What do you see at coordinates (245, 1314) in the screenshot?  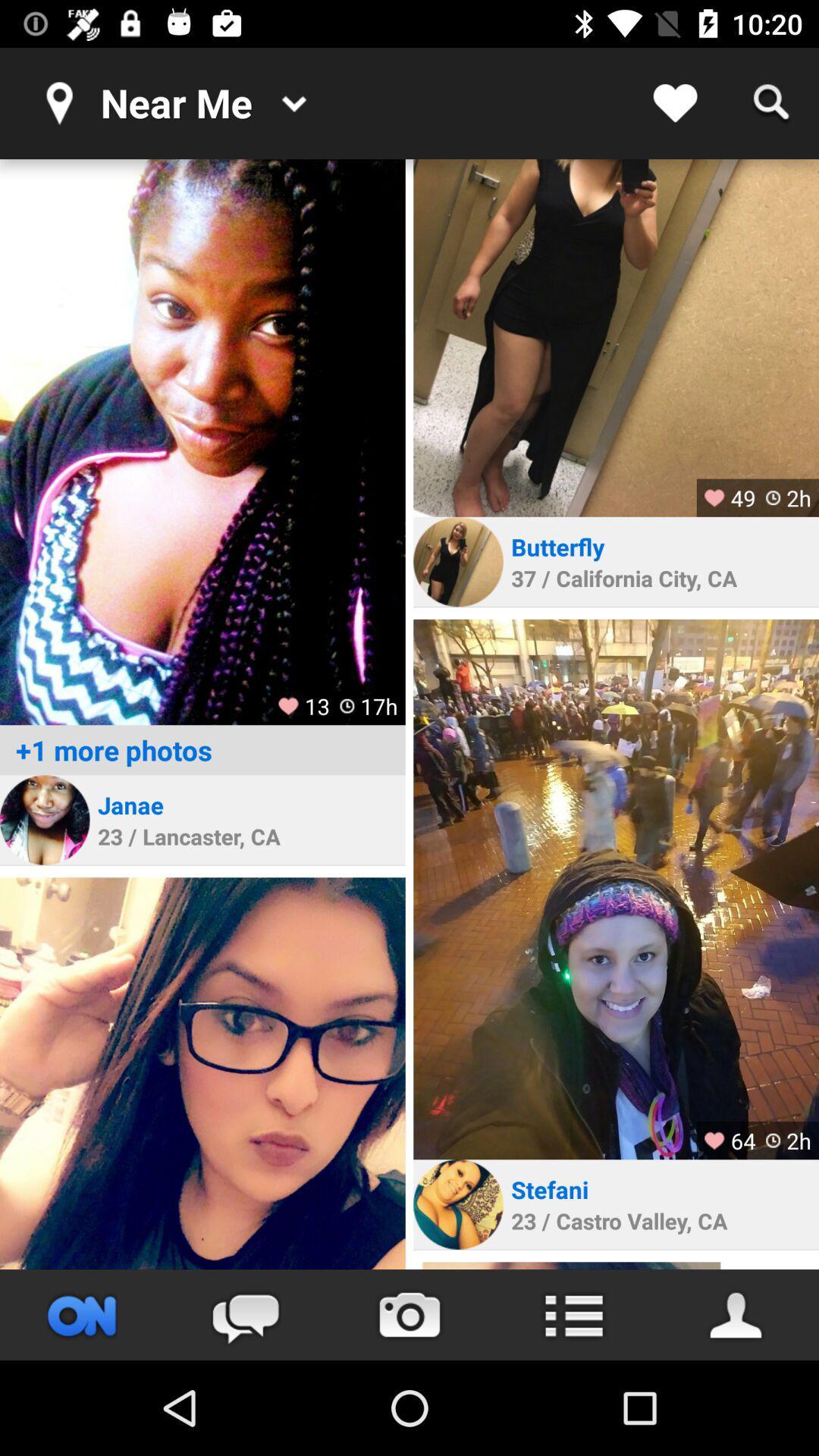 I see `send text` at bounding box center [245, 1314].